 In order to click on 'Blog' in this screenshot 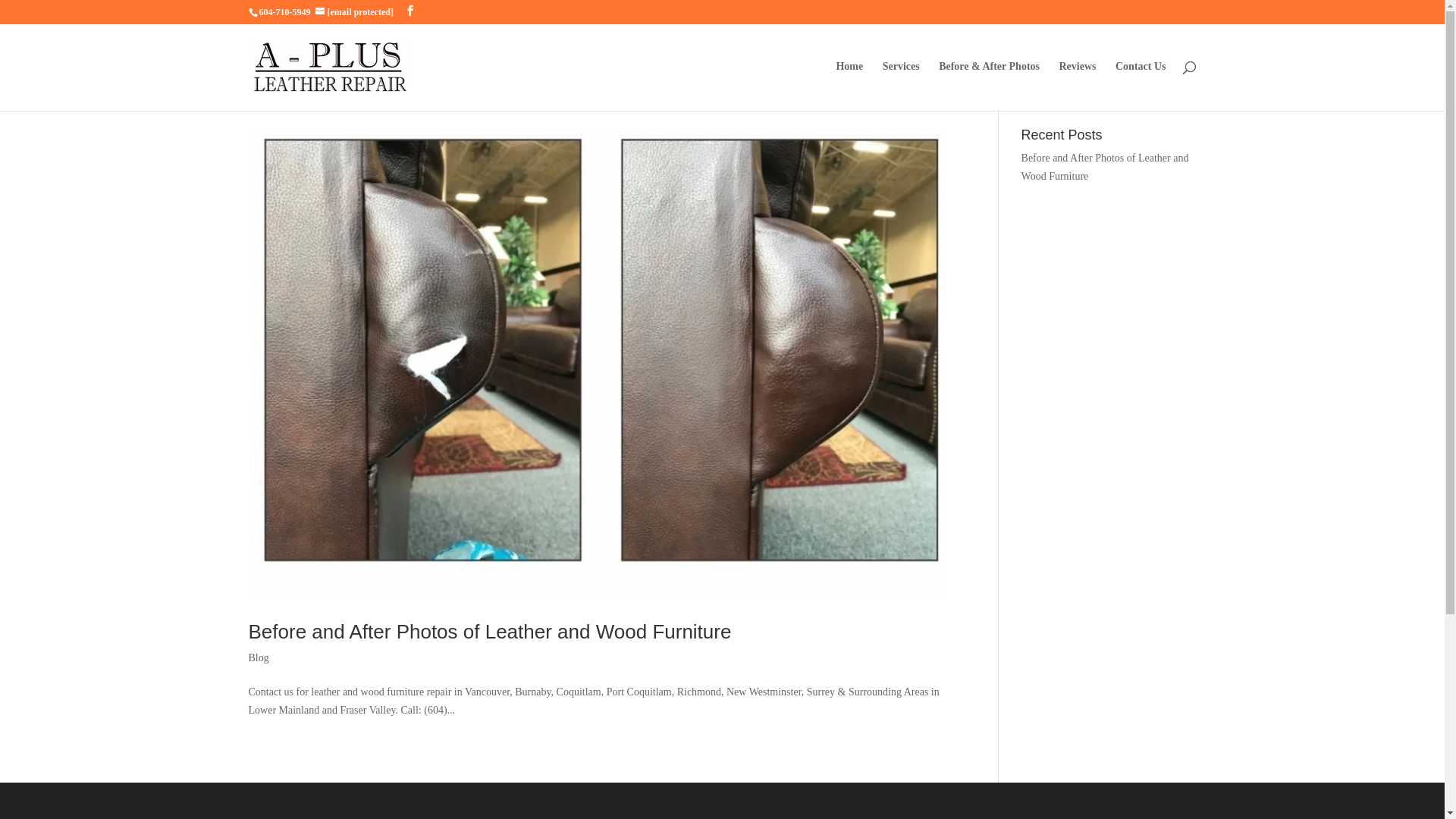, I will do `click(259, 657)`.